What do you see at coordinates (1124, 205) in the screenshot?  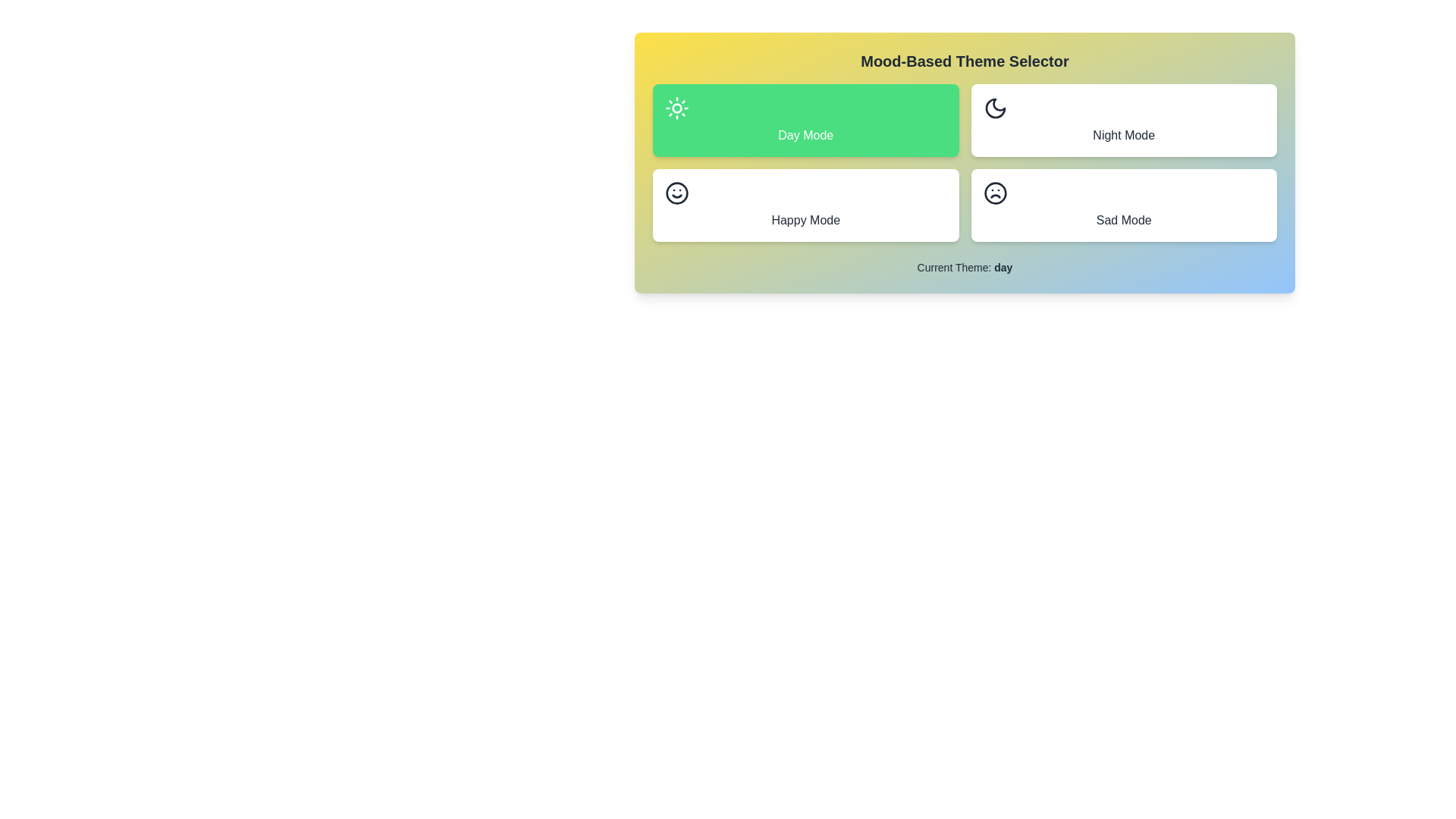 I see `the theme sad by clicking on its corresponding button` at bounding box center [1124, 205].